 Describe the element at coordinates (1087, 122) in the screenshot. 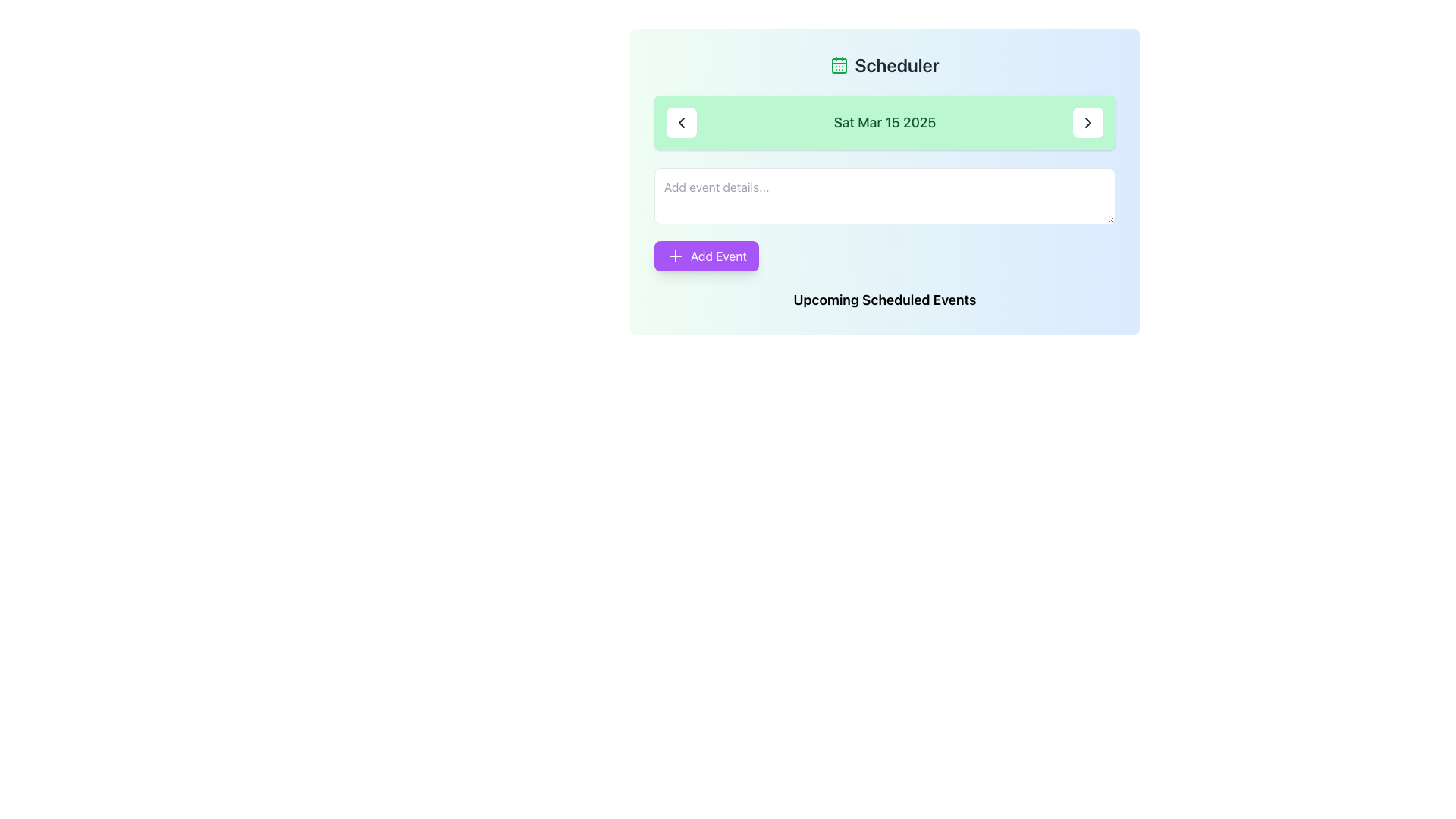

I see `the right-facing chevron SVG icon located inside the light green button on the right side of the scheduler's date display section` at that location.